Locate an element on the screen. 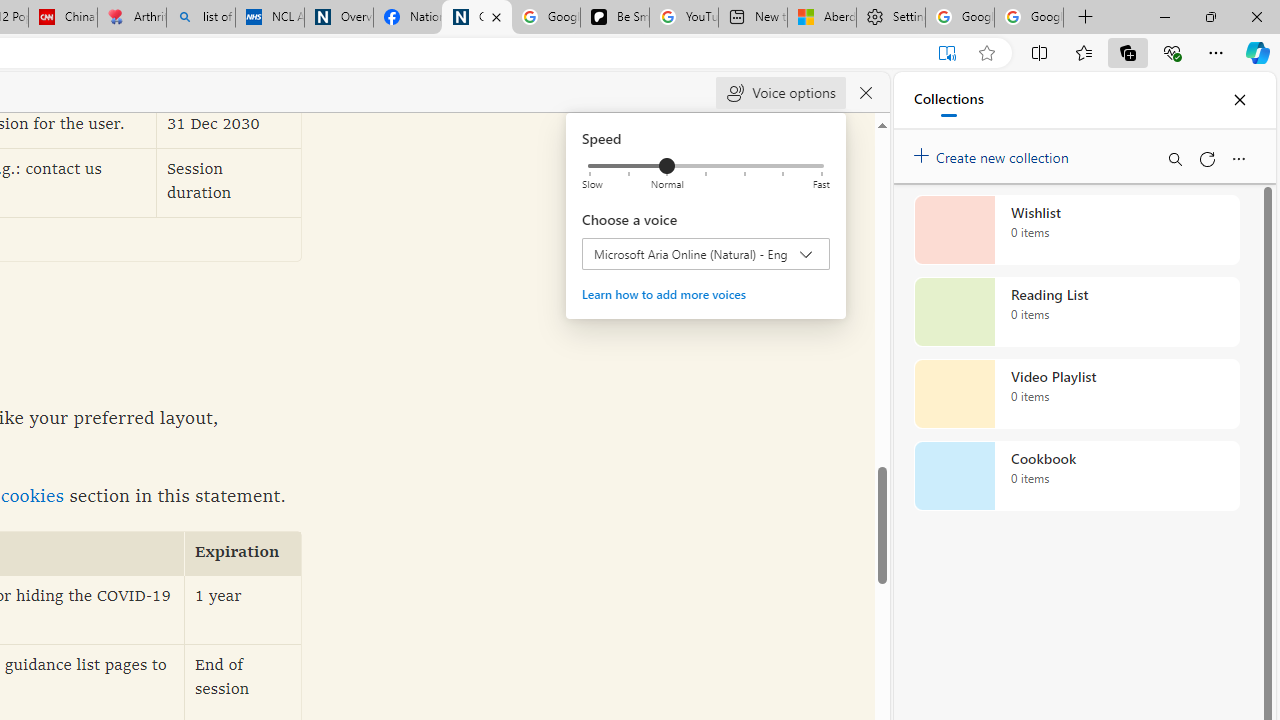 This screenshot has height=720, width=1280. 'Reading List collection, 0 items' is located at coordinates (1076, 312).